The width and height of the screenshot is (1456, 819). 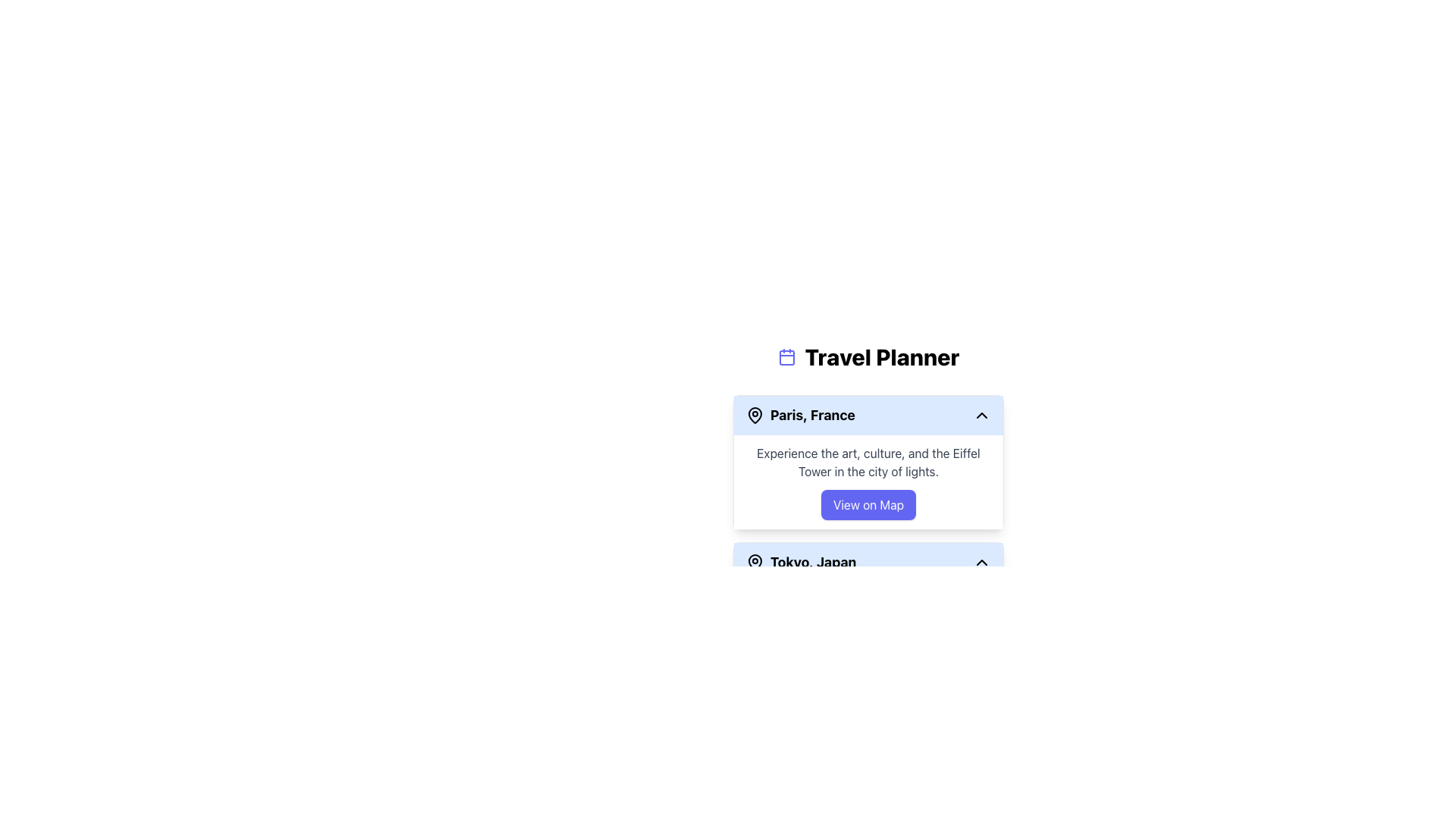 I want to click on the interactive list element for 'Tokyo, Japan', so click(x=868, y=562).